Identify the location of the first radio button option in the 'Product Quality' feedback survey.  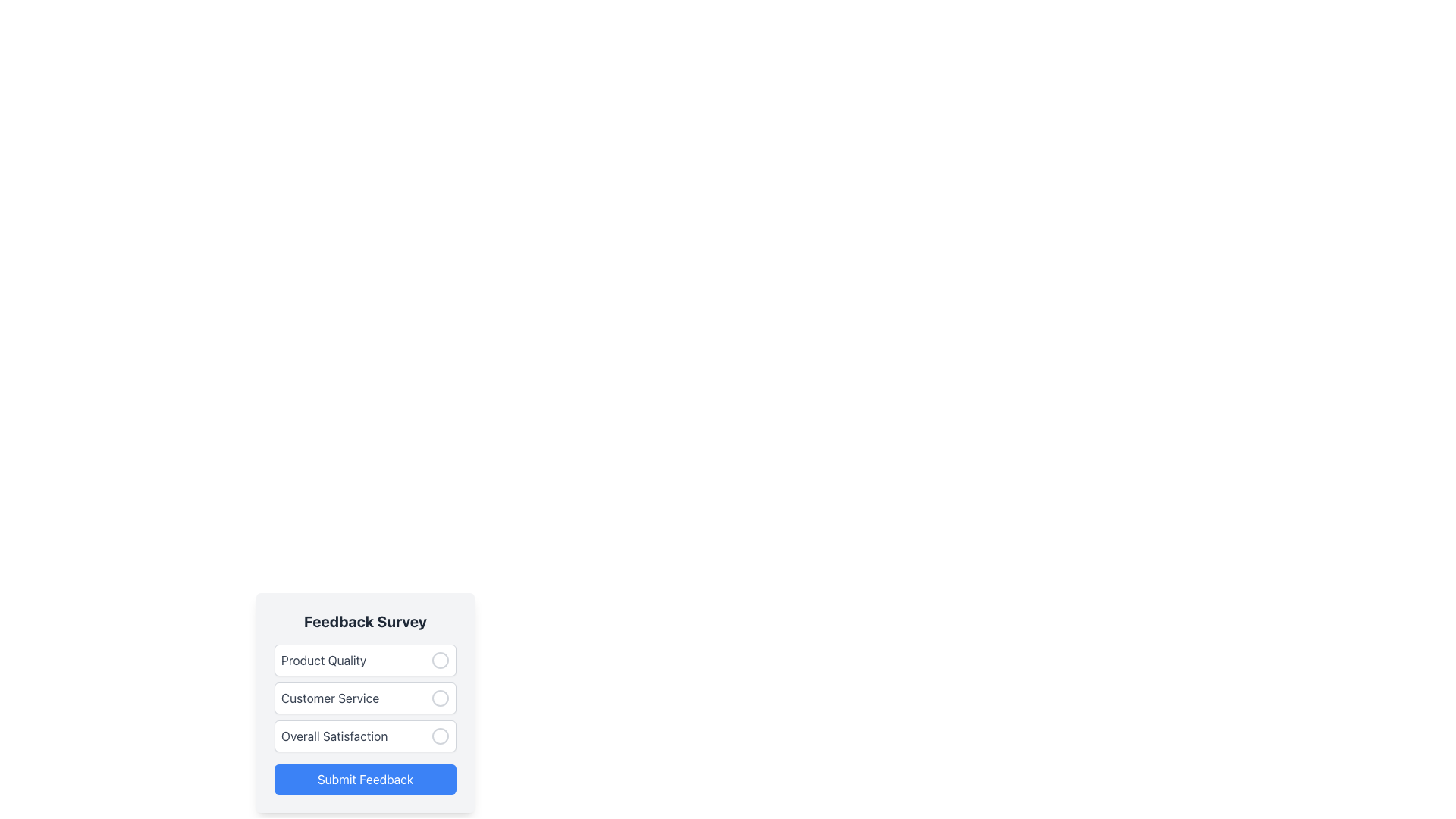
(365, 660).